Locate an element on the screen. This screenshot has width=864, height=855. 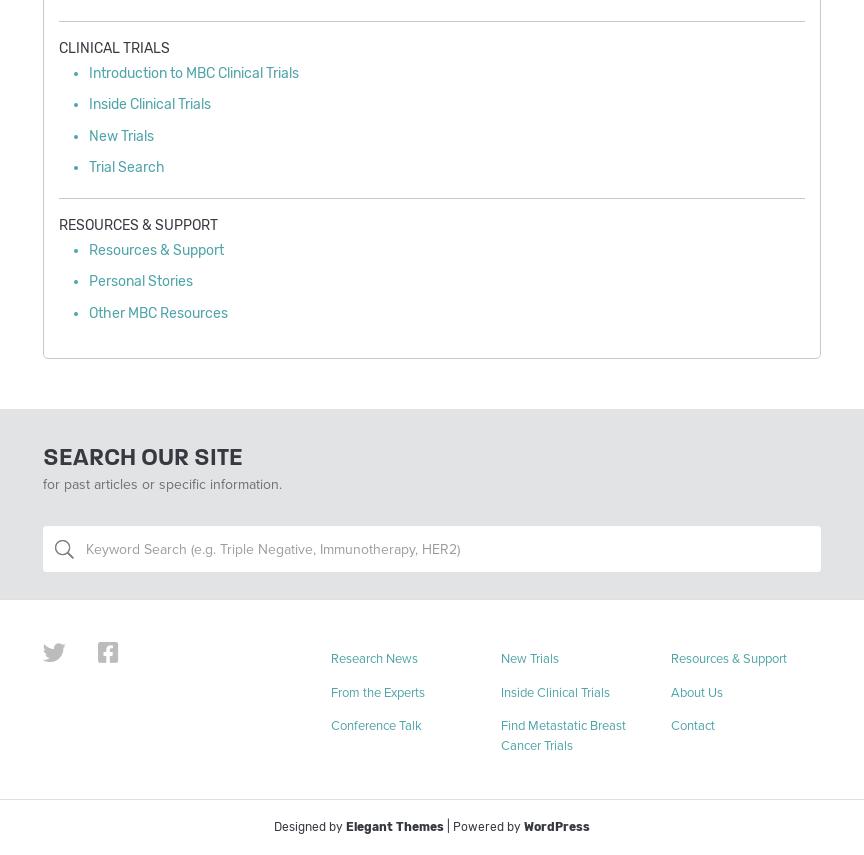
'Contact' is located at coordinates (691, 725).